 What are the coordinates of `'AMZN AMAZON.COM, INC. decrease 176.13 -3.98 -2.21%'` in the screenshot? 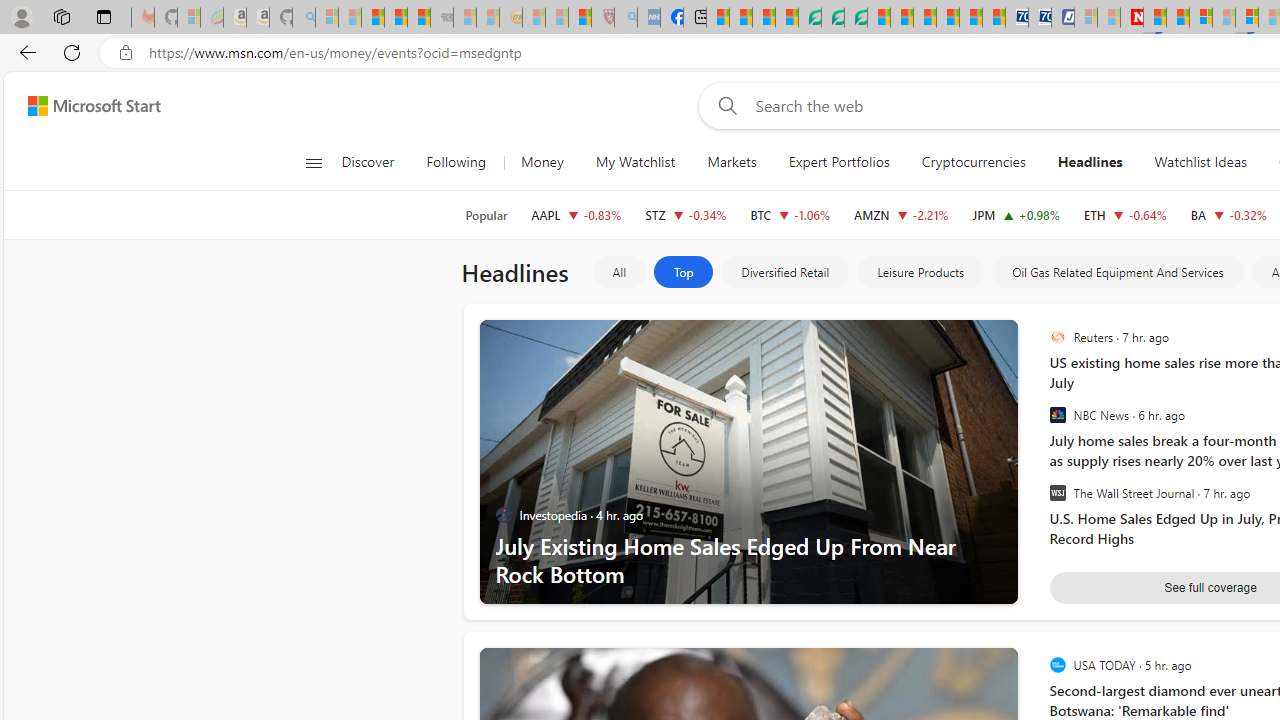 It's located at (900, 214).